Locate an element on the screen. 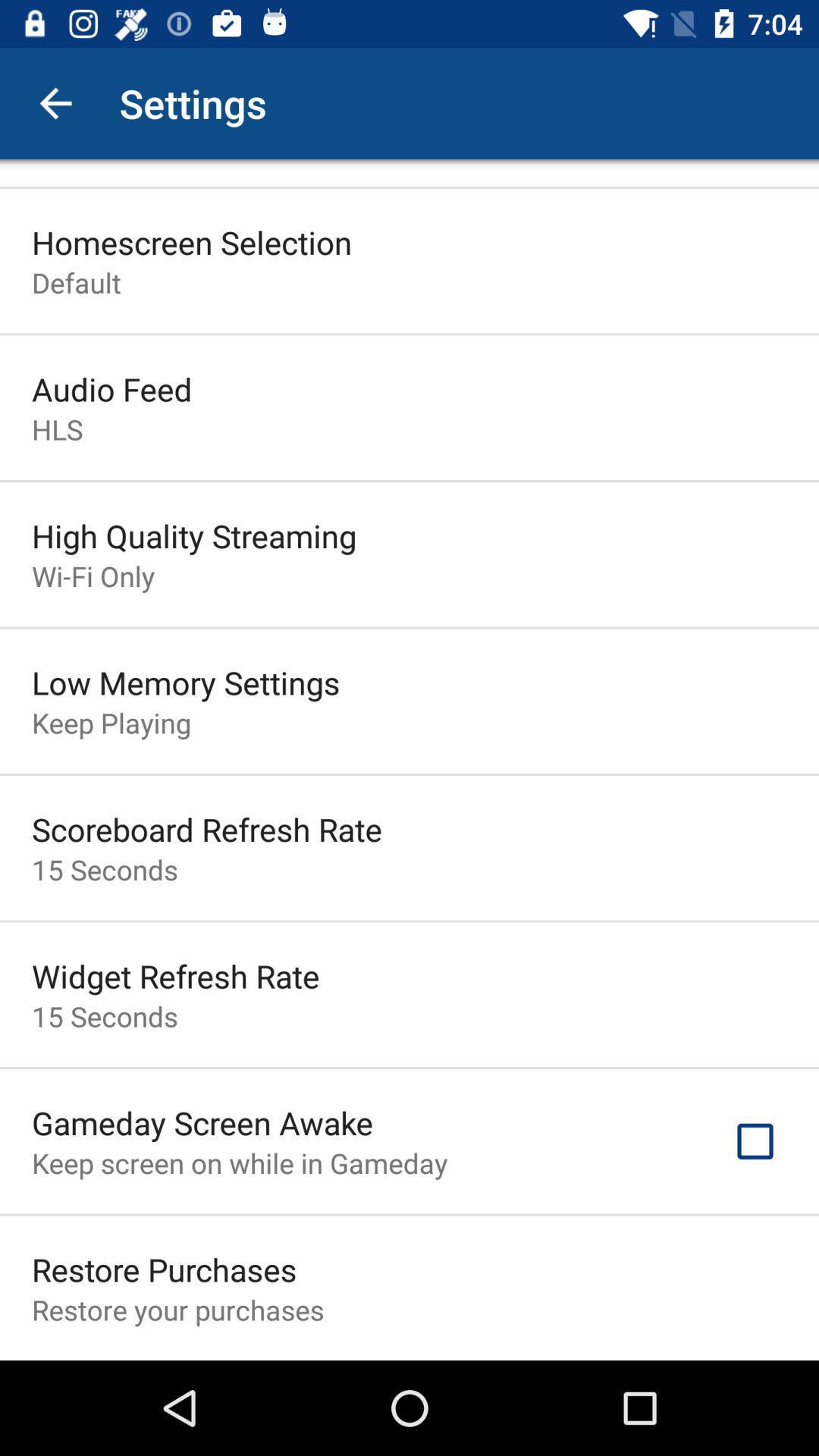  homescreen selection icon is located at coordinates (191, 241).